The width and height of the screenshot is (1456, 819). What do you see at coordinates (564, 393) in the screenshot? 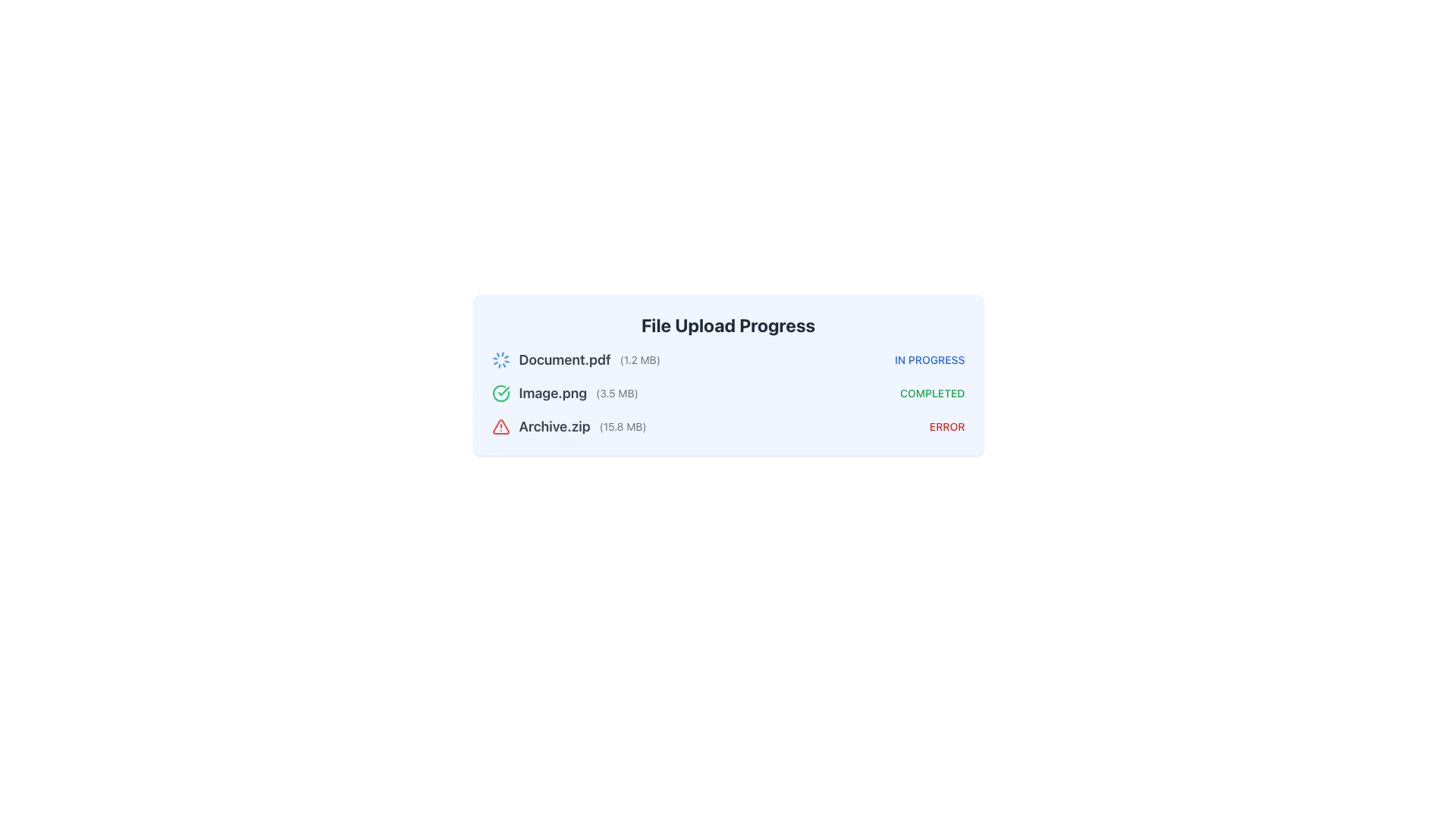
I see `displayed file name ('Image.png') and its size ('3.5 MB') from the second entry in the File Upload Progress section, which has a green checkmark icon indicating completion` at bounding box center [564, 393].